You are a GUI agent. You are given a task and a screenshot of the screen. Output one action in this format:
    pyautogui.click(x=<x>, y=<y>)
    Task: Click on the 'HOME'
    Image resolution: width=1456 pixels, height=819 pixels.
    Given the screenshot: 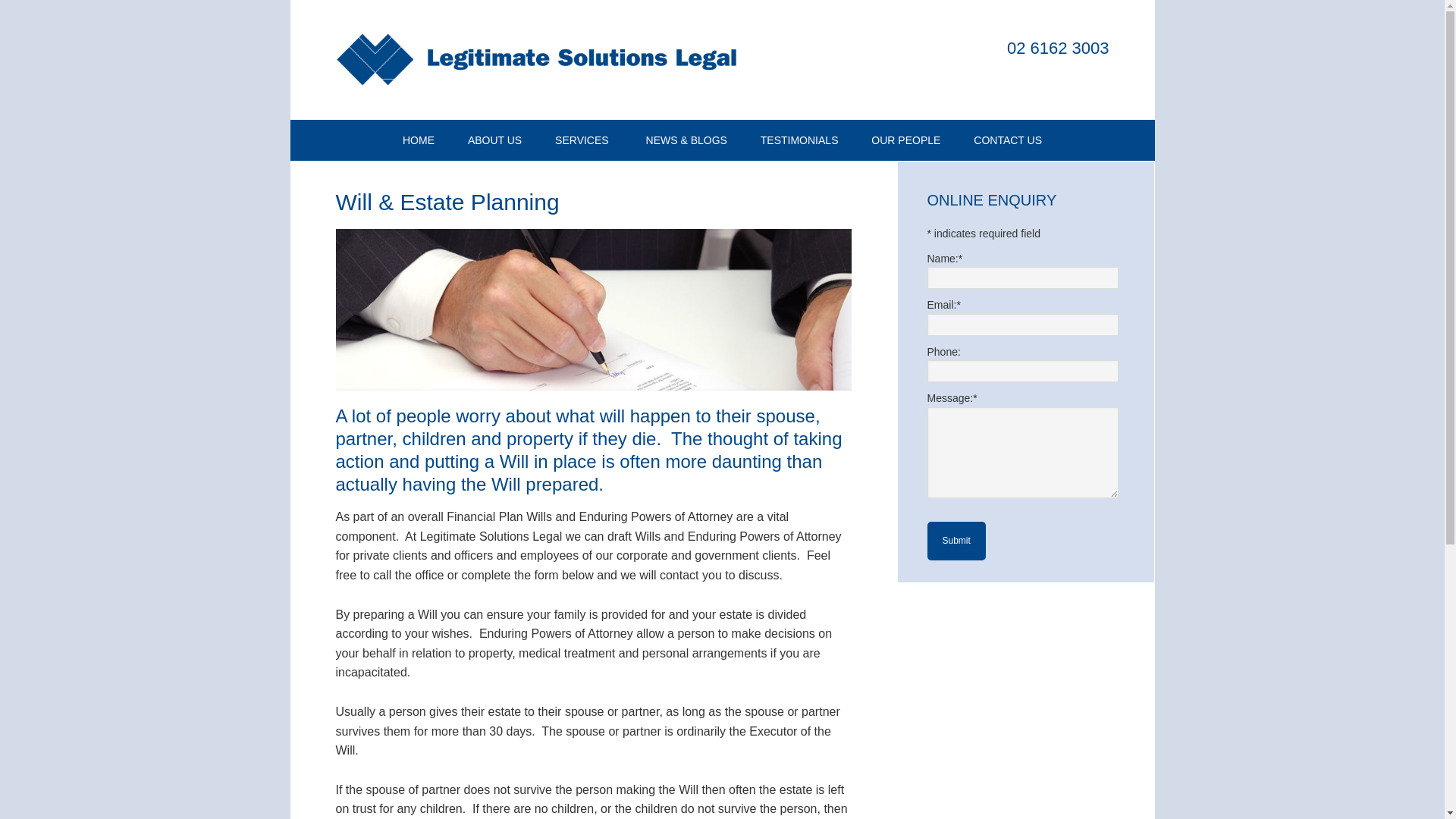 What is the action you would take?
    pyautogui.click(x=419, y=140)
    